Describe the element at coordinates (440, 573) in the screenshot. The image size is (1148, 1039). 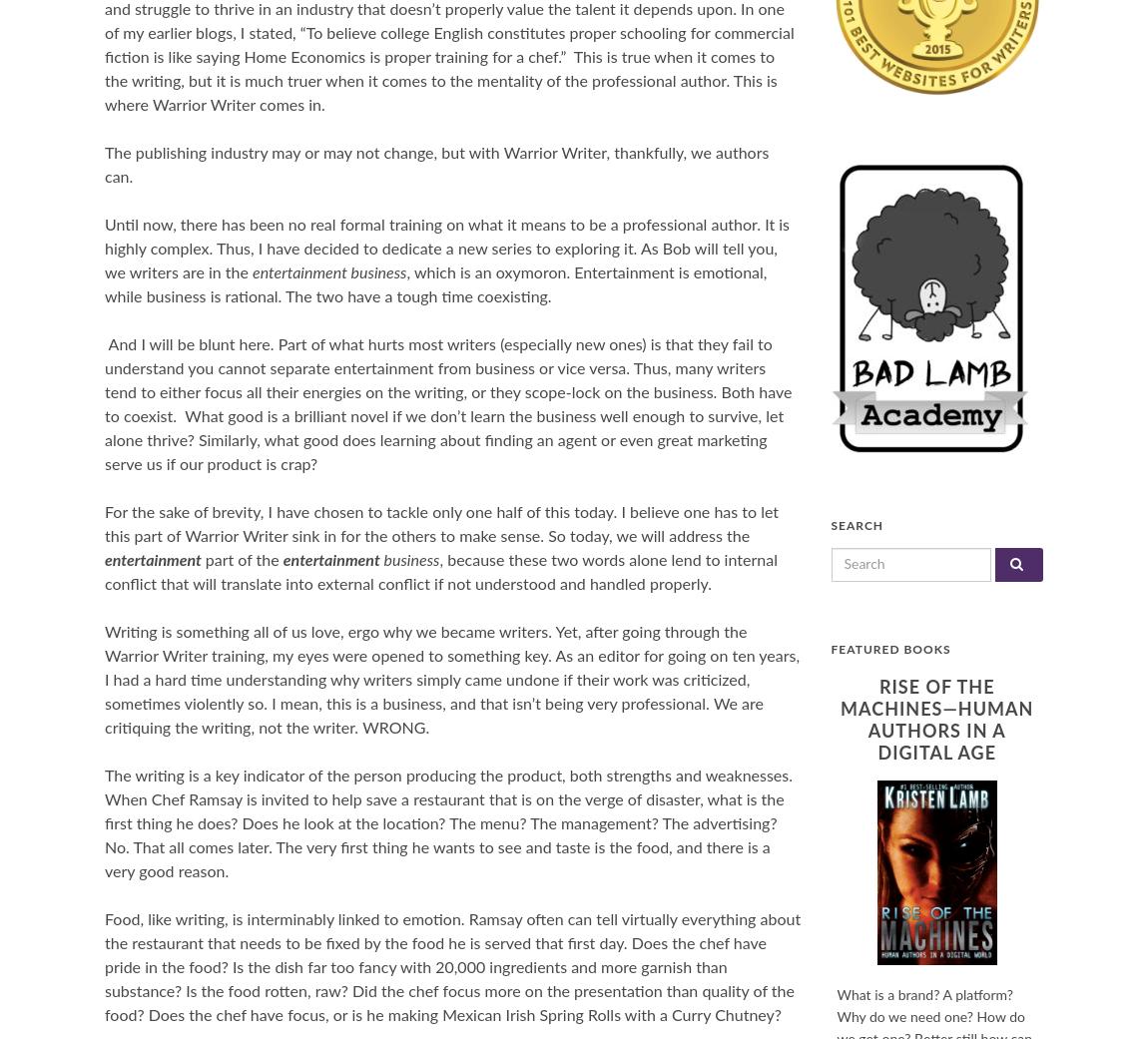
I see `', because these two words alone lend to internal conflict that will translate into external conflict if not understood and handled properly.'` at that location.